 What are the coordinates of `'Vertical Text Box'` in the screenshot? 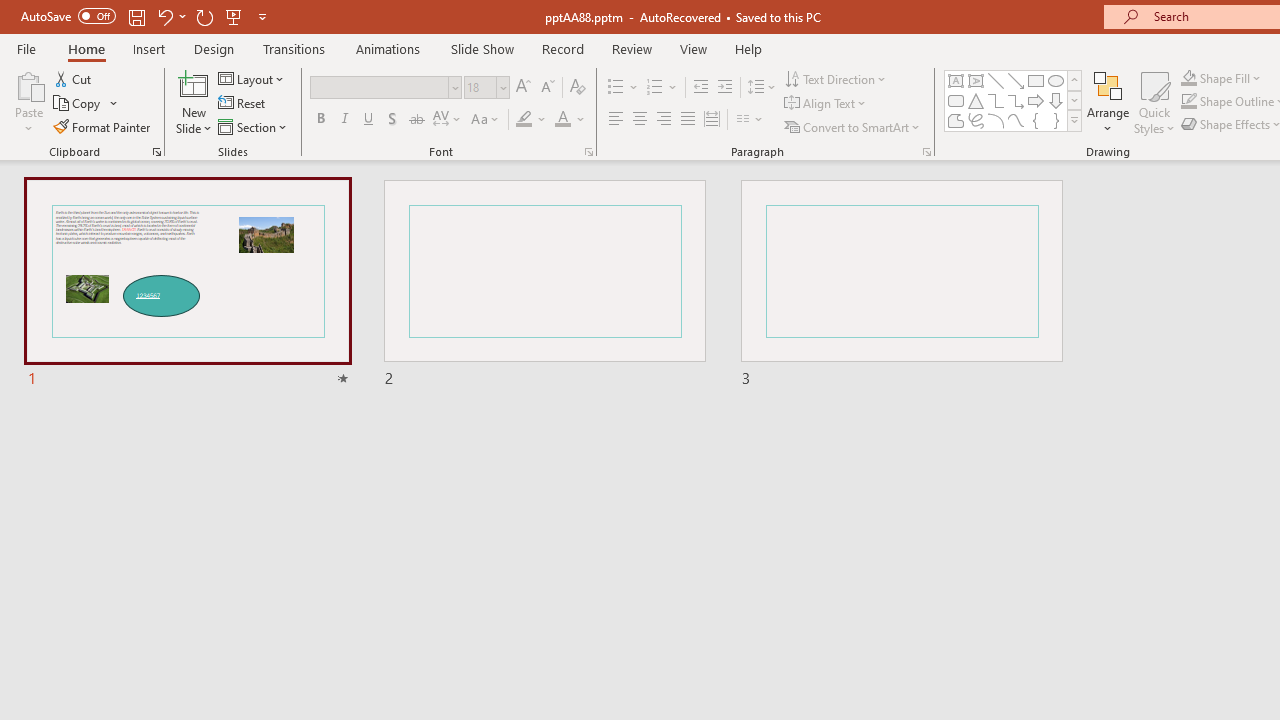 It's located at (976, 80).